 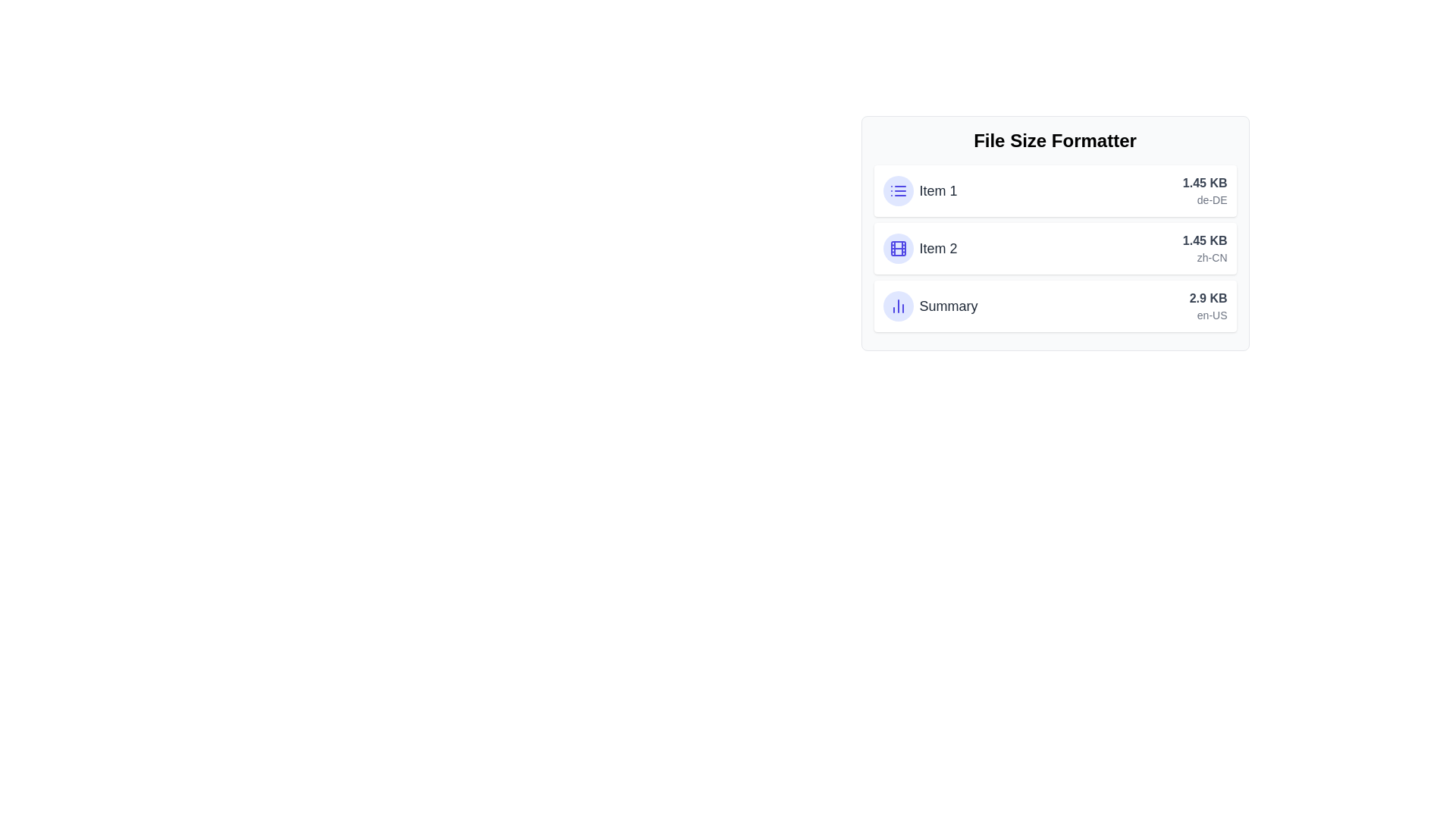 I want to click on the static text label displaying '1.45 KB', which is located in the upper-right corner of the 'File Size Formatter' section, part of the first row associated with 'Item 1', so click(x=1204, y=183).